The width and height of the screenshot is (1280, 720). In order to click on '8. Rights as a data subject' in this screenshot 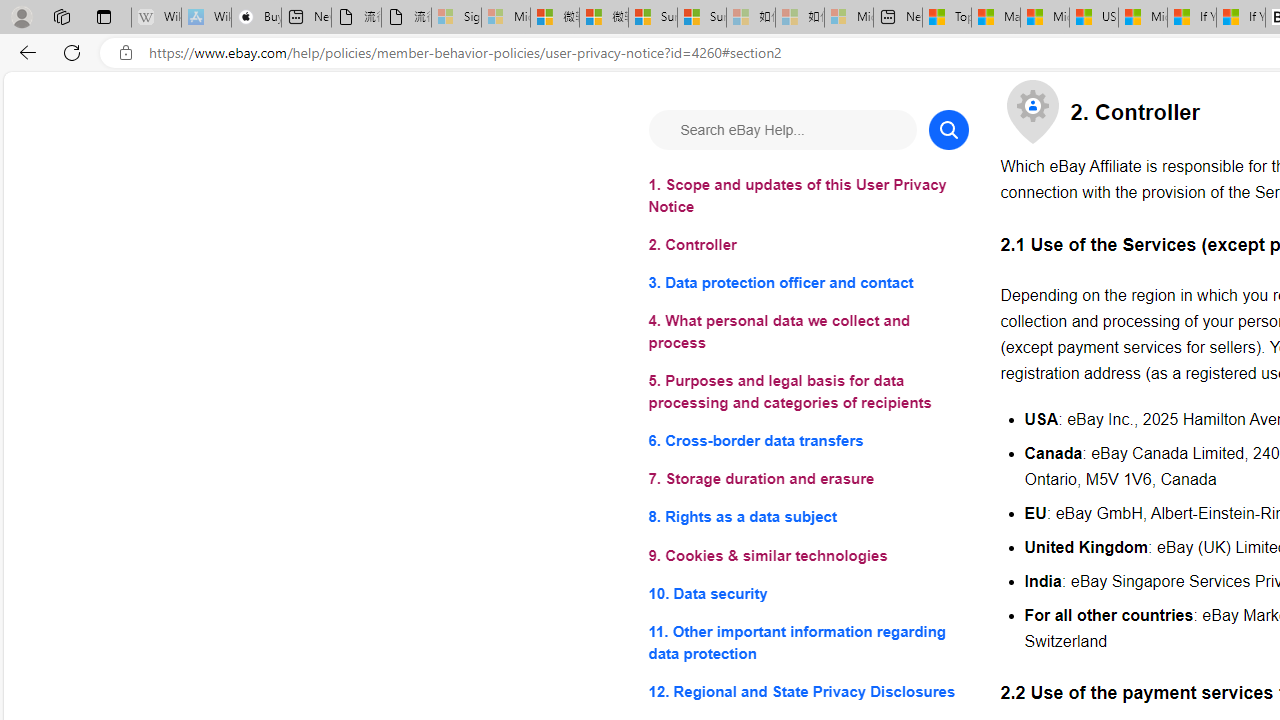, I will do `click(808, 516)`.